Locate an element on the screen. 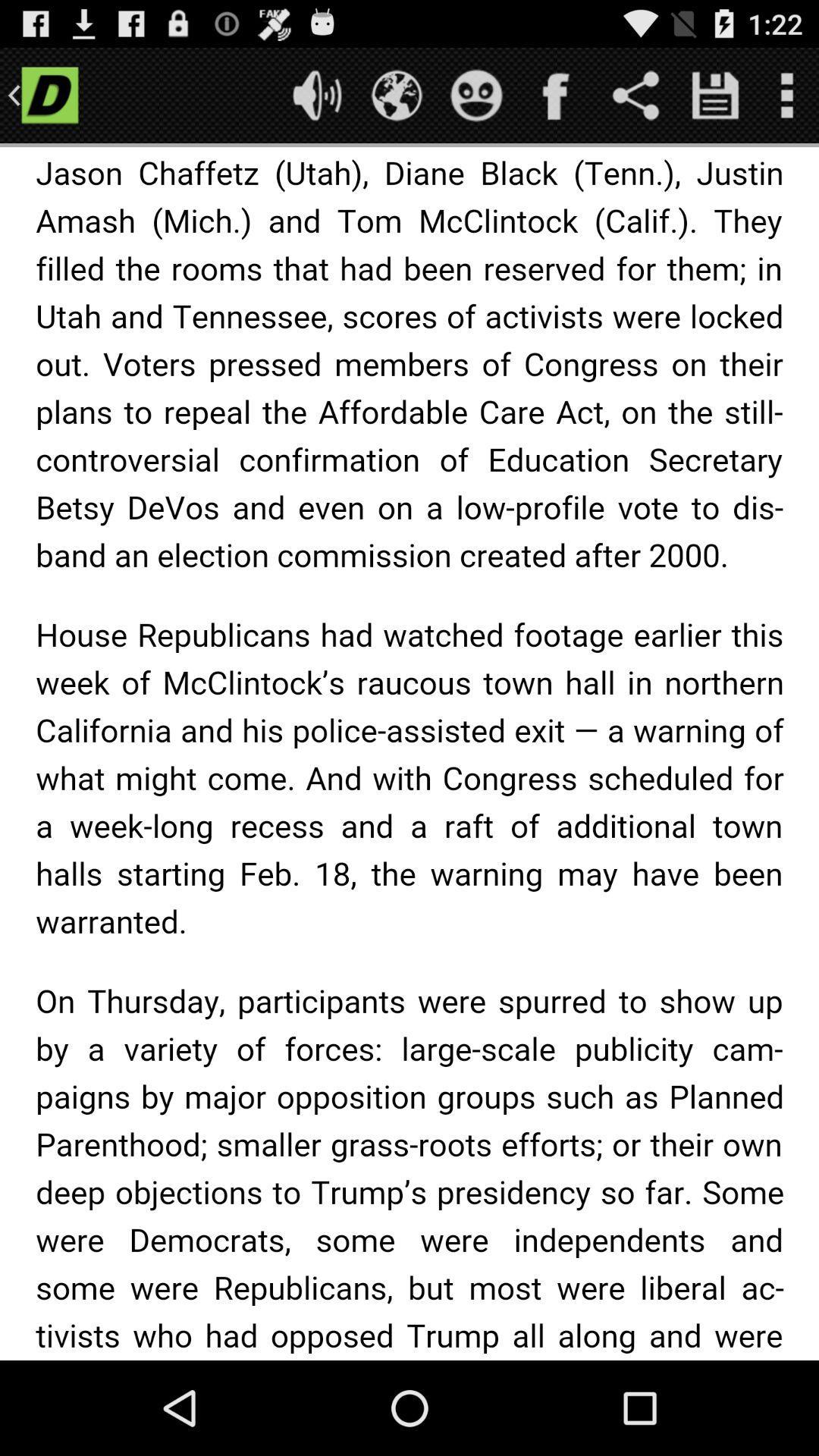  adjust volume is located at coordinates (316, 94).